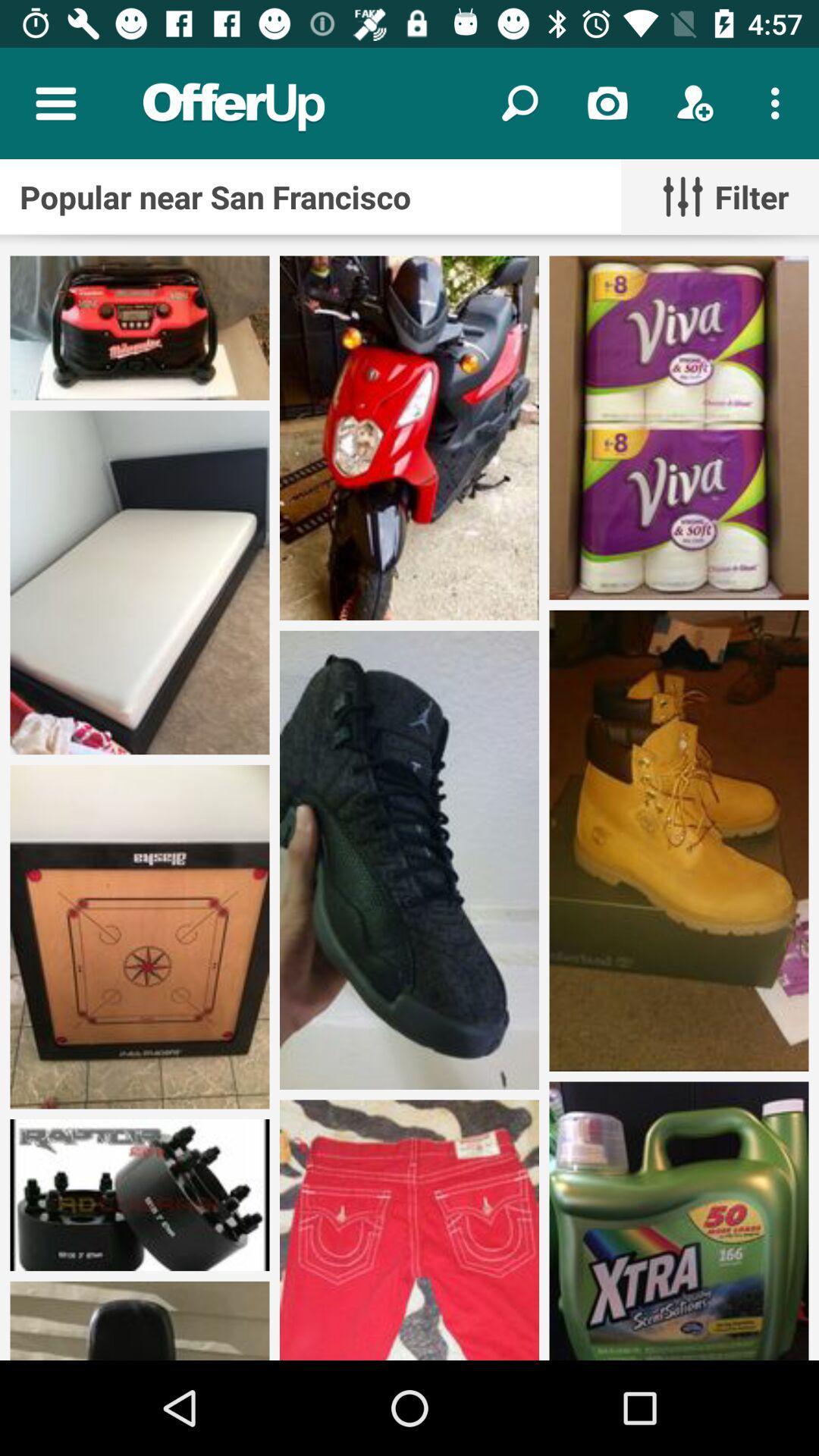 The image size is (819, 1456). Describe the element at coordinates (140, 582) in the screenshot. I see `the bed image` at that location.